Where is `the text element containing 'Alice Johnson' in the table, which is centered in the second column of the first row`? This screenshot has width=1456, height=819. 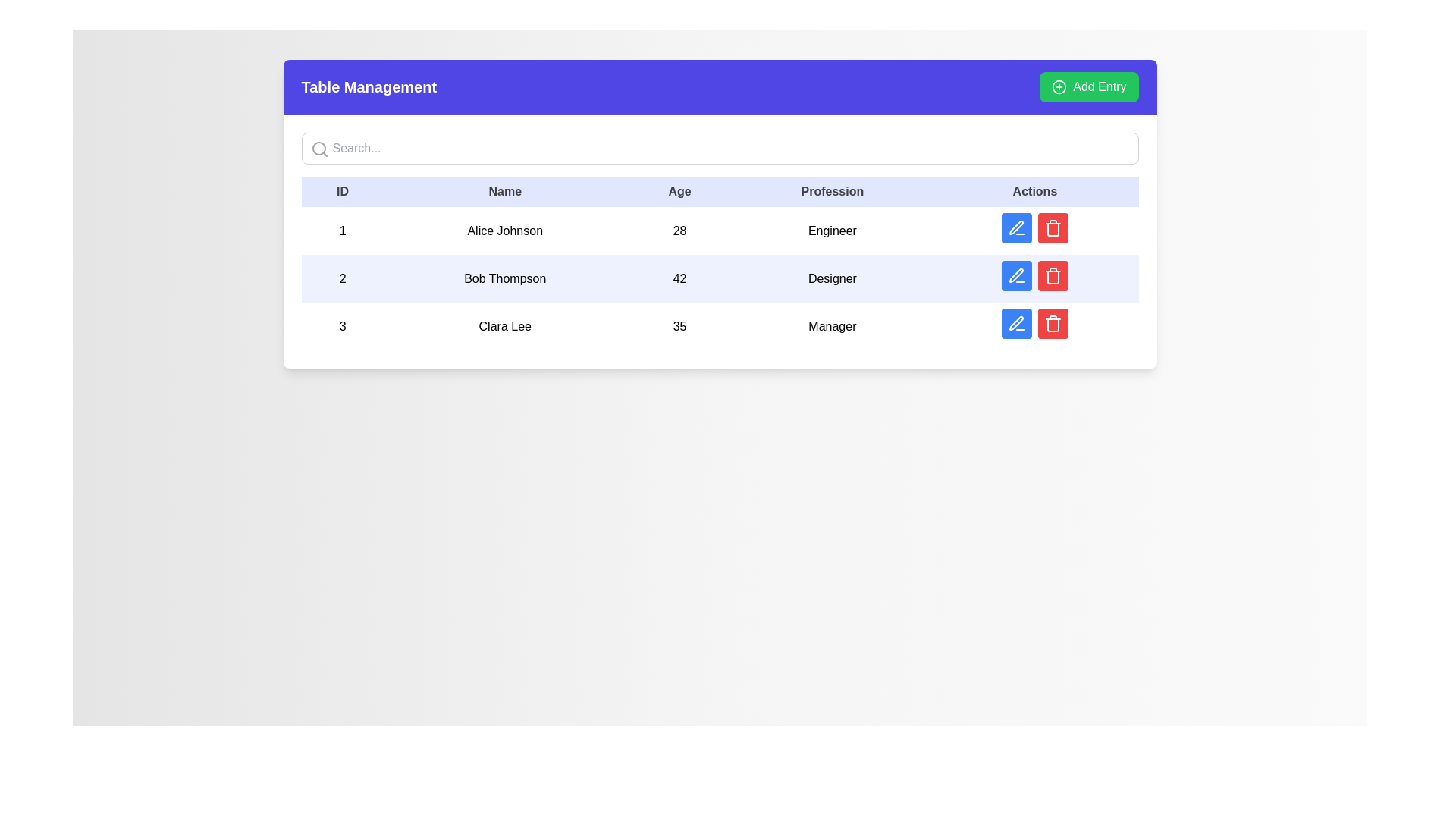 the text element containing 'Alice Johnson' in the table, which is centered in the second column of the first row is located at coordinates (505, 231).